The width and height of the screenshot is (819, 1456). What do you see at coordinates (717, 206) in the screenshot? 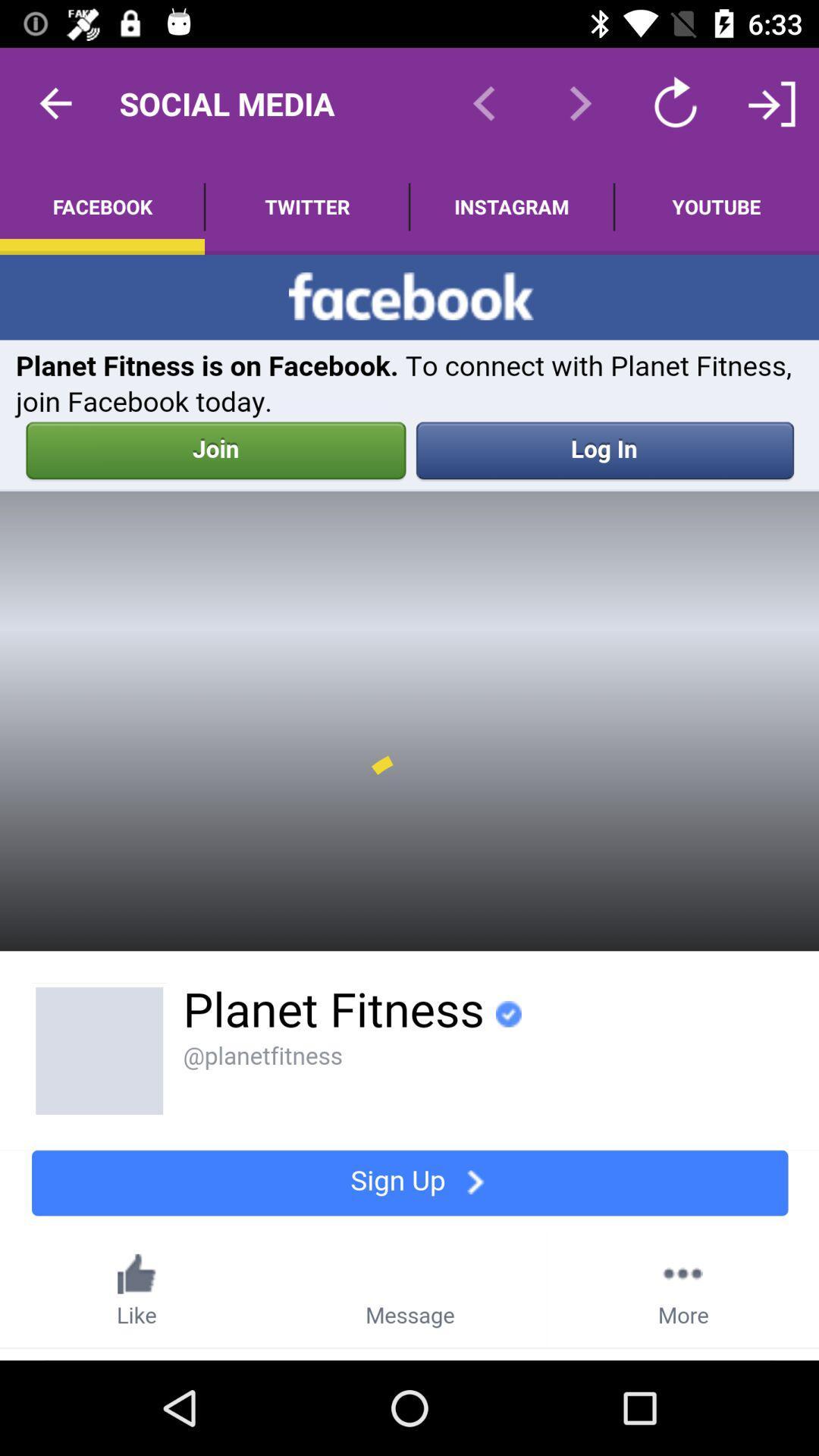
I see `the text which is right to the text instagram` at bounding box center [717, 206].